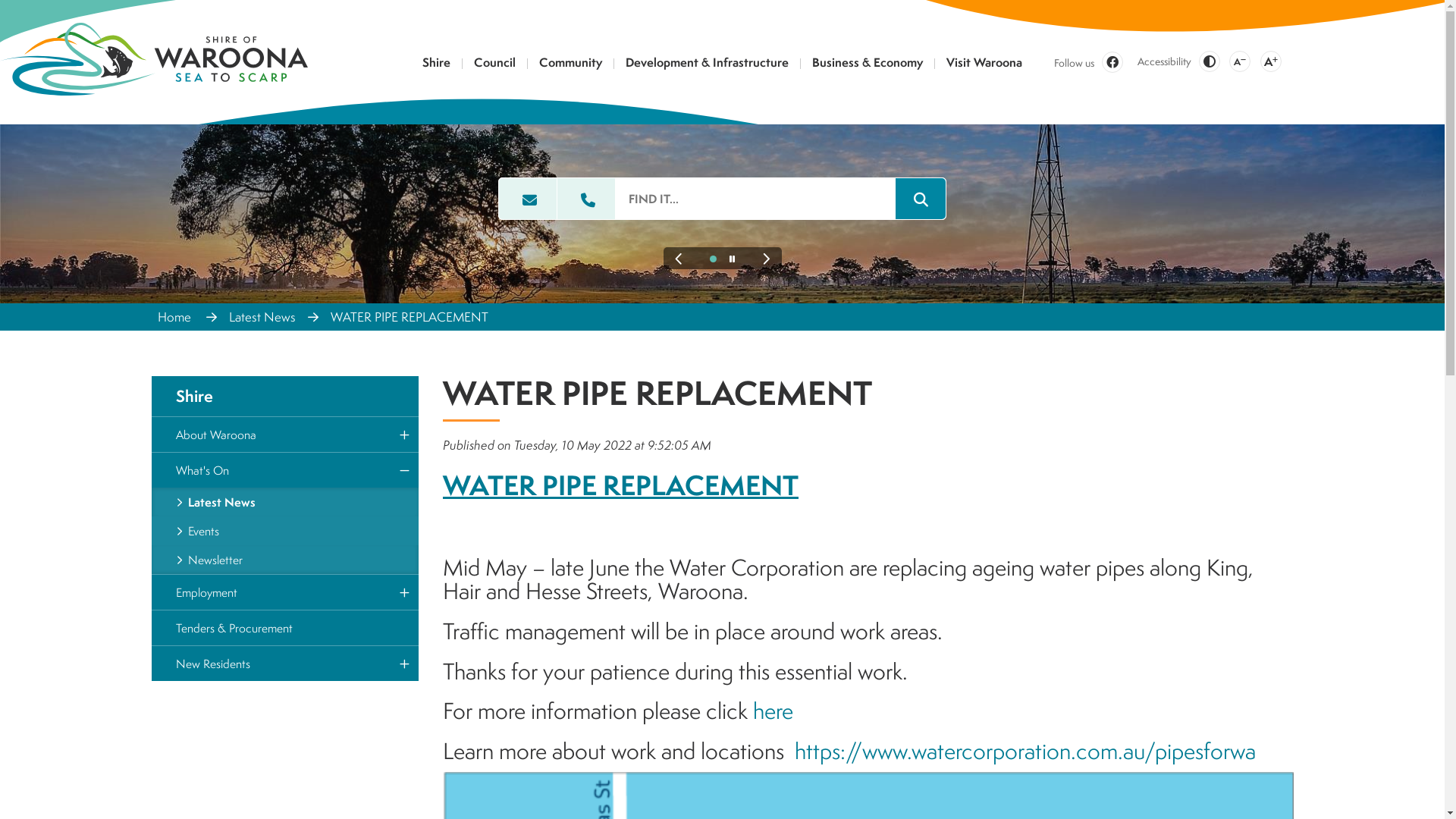 The height and width of the screenshot is (819, 1456). I want to click on 'Follow us', so click(1087, 61).